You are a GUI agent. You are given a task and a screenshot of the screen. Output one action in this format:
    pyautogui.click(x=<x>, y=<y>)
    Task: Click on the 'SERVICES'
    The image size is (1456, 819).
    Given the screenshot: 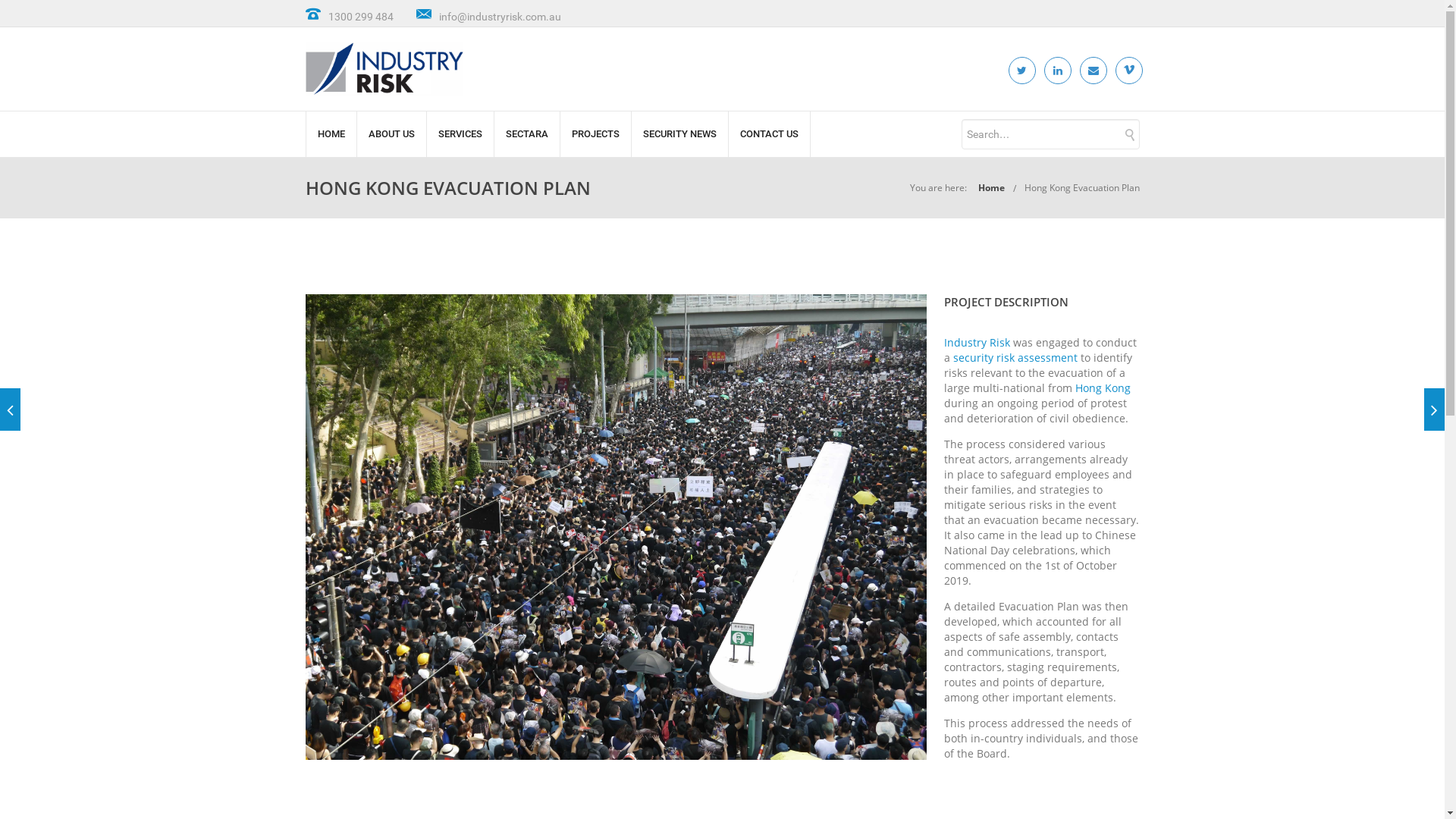 What is the action you would take?
    pyautogui.click(x=437, y=133)
    